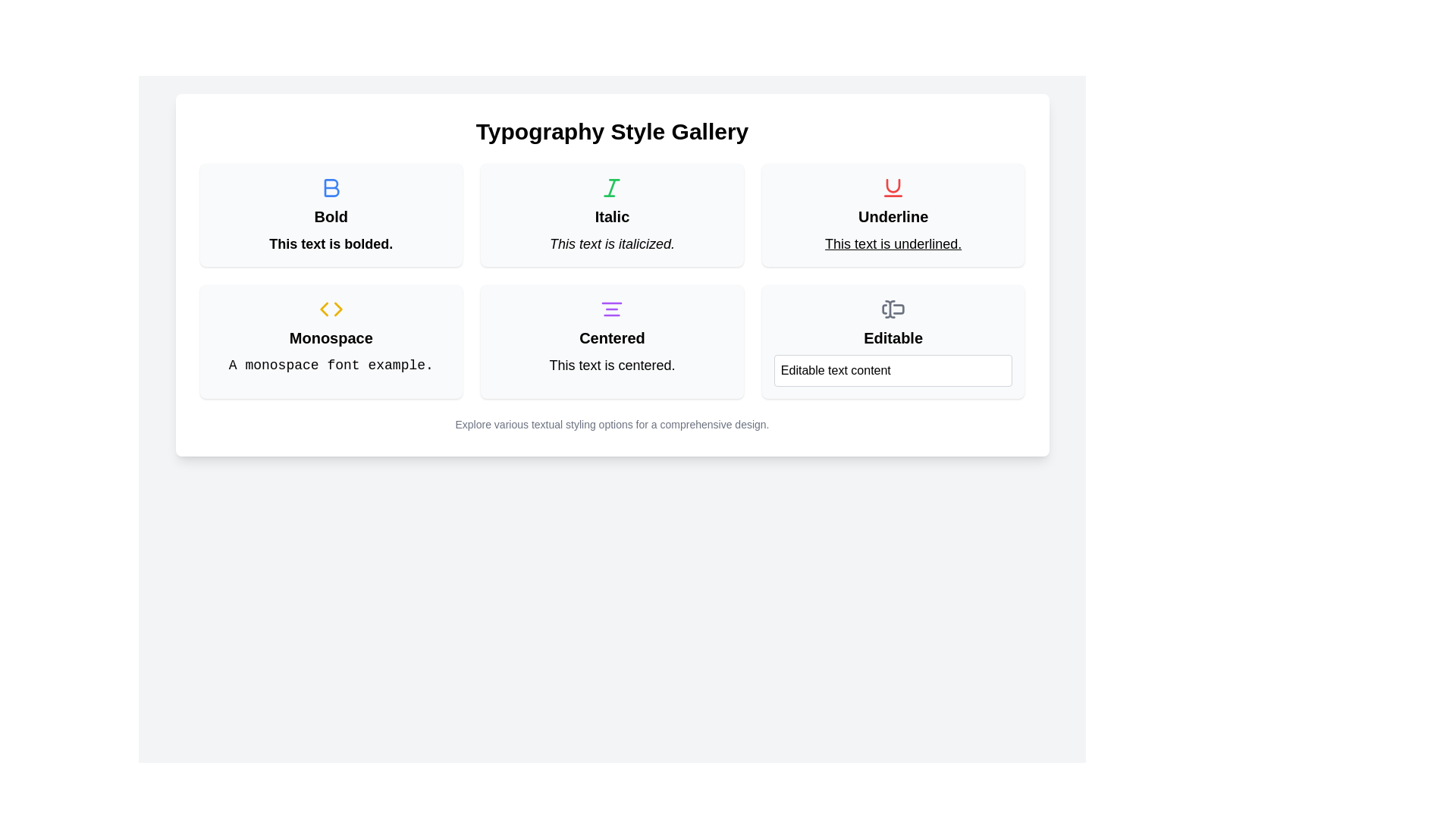 The image size is (1456, 819). Describe the element at coordinates (612, 342) in the screenshot. I see `the Informational panel, which has a light gray background, rounded corners, and contains the title 'Centered' and description 'This text is centered.'` at that location.